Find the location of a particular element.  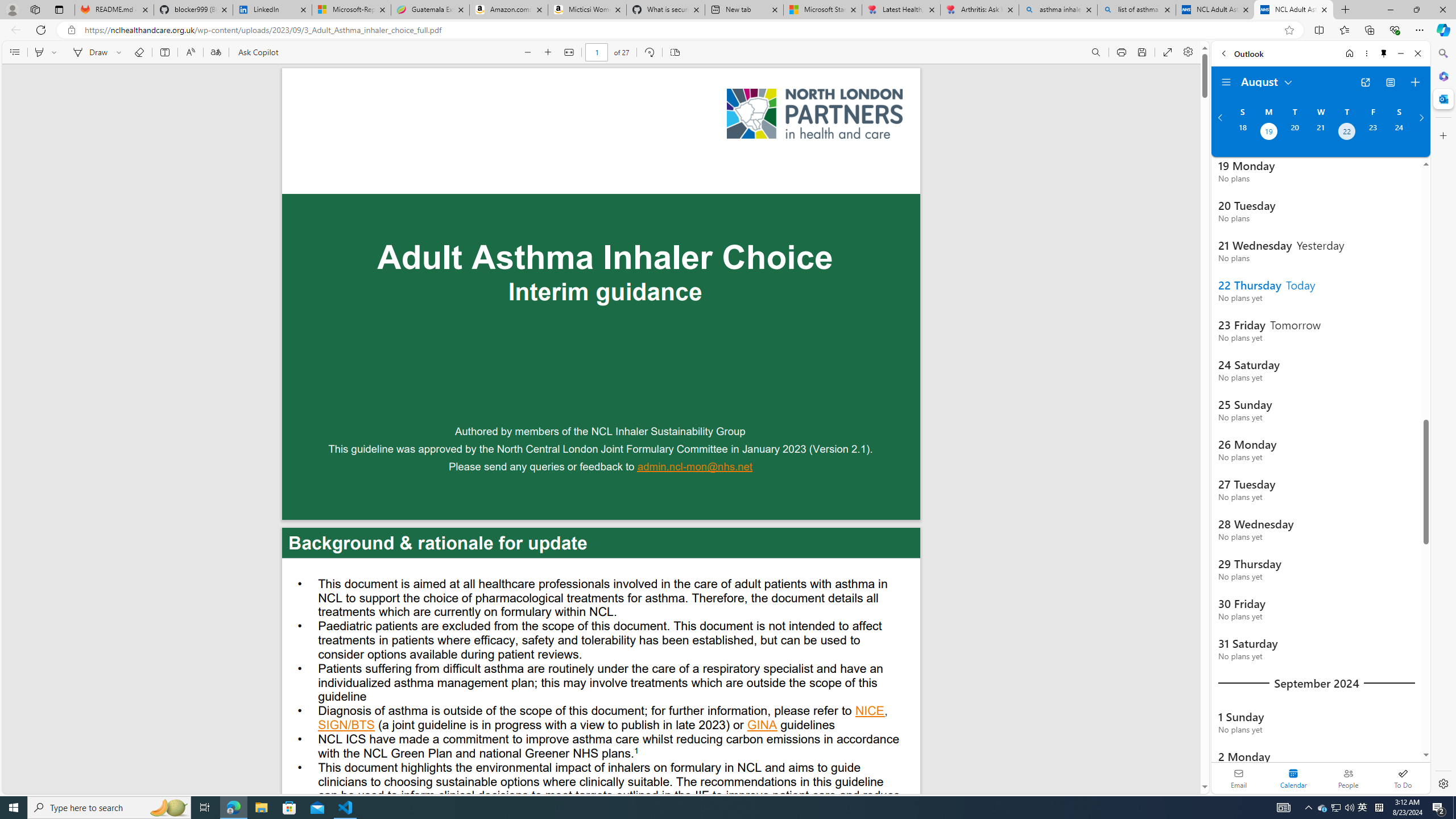

'Ask Copilot' is located at coordinates (257, 52).